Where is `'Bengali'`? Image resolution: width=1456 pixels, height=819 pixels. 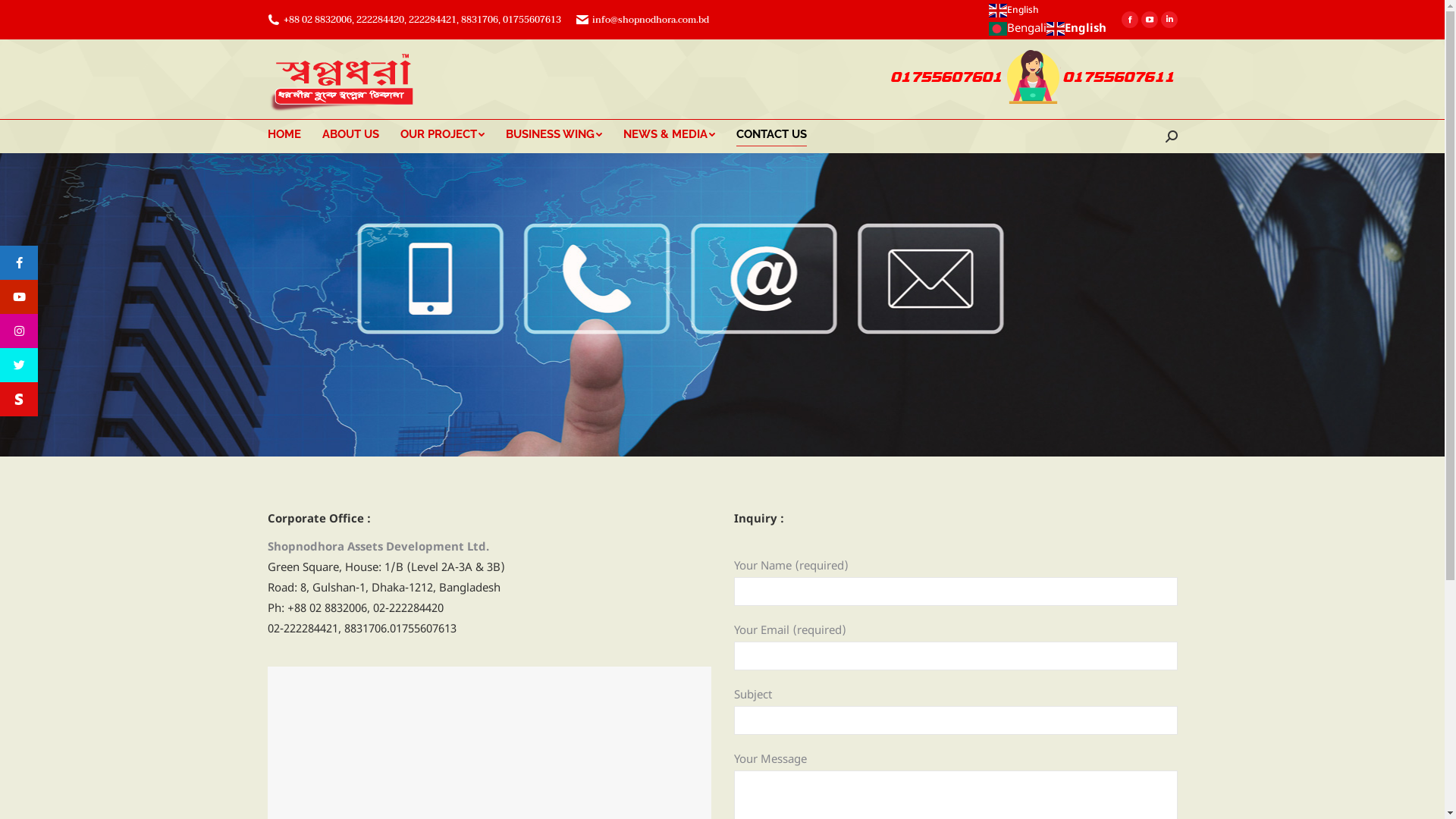
'Bengali' is located at coordinates (1018, 29).